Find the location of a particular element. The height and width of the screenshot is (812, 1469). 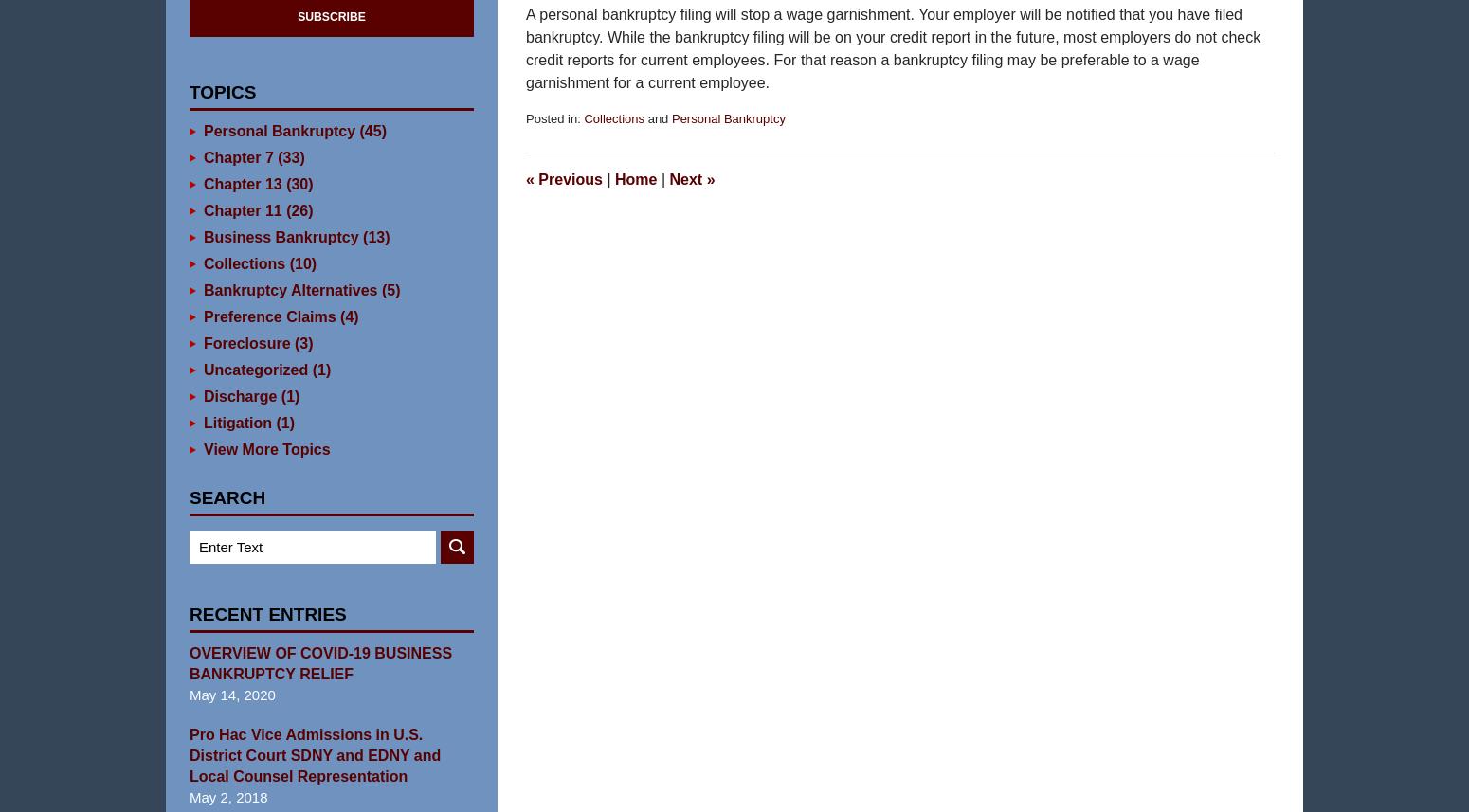

'(33)' is located at coordinates (272, 186).